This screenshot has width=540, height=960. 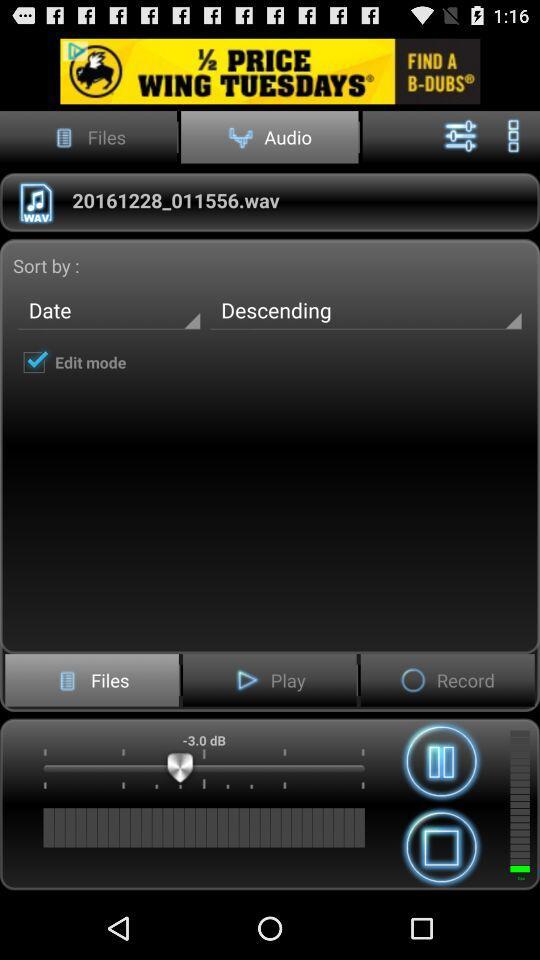 What do you see at coordinates (441, 814) in the screenshot?
I see `the pause icon` at bounding box center [441, 814].